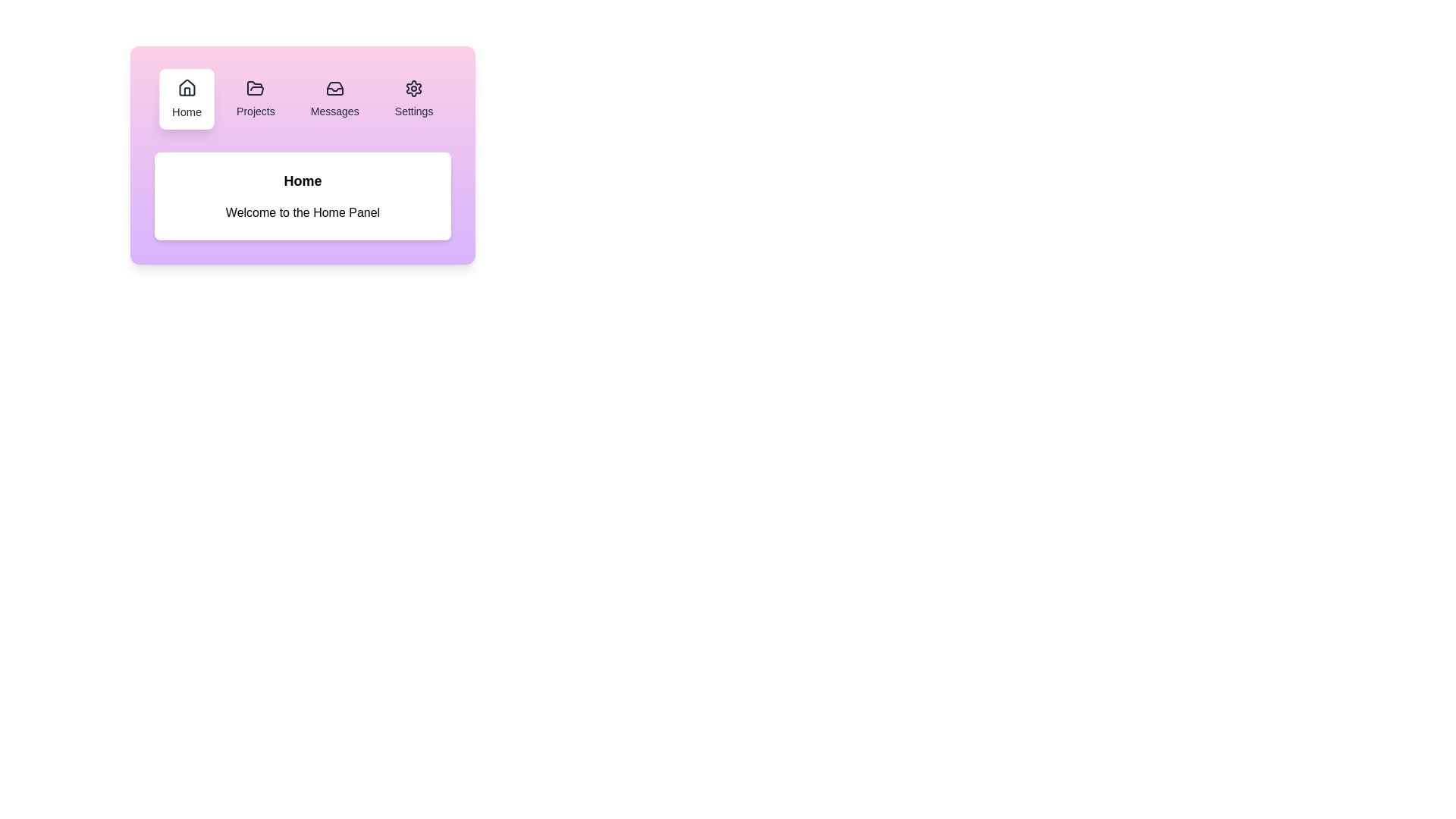 The image size is (1456, 819). I want to click on the stylized house icon represented as a vector graphic, which features a triangular roof above a rectangular base and a central doorway, located in the leftmost icon of the horizontal menu bar, so click(186, 87).